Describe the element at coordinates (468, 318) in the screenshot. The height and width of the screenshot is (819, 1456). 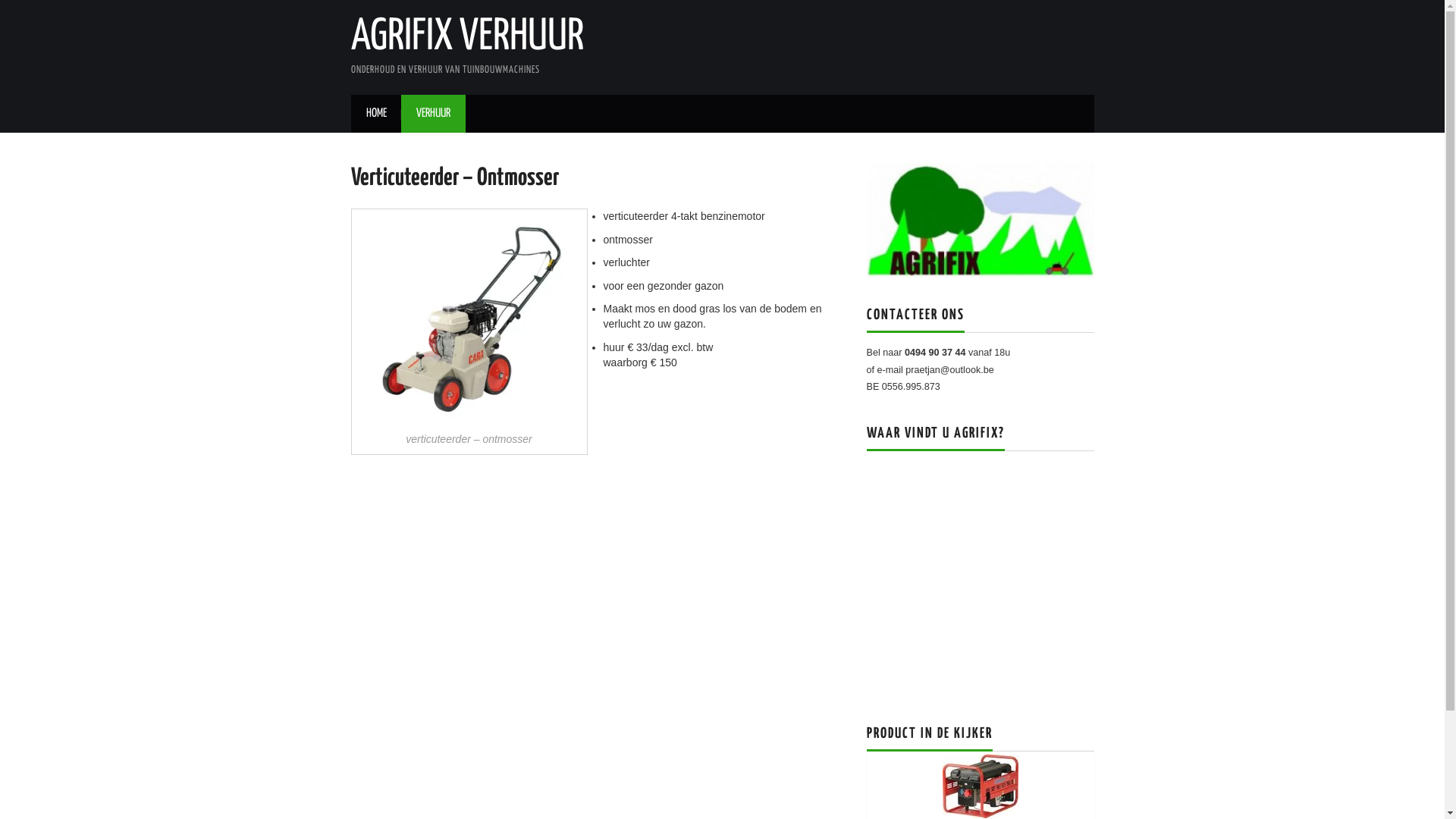
I see `'Verticuteerder - ontmosser te huur'` at that location.